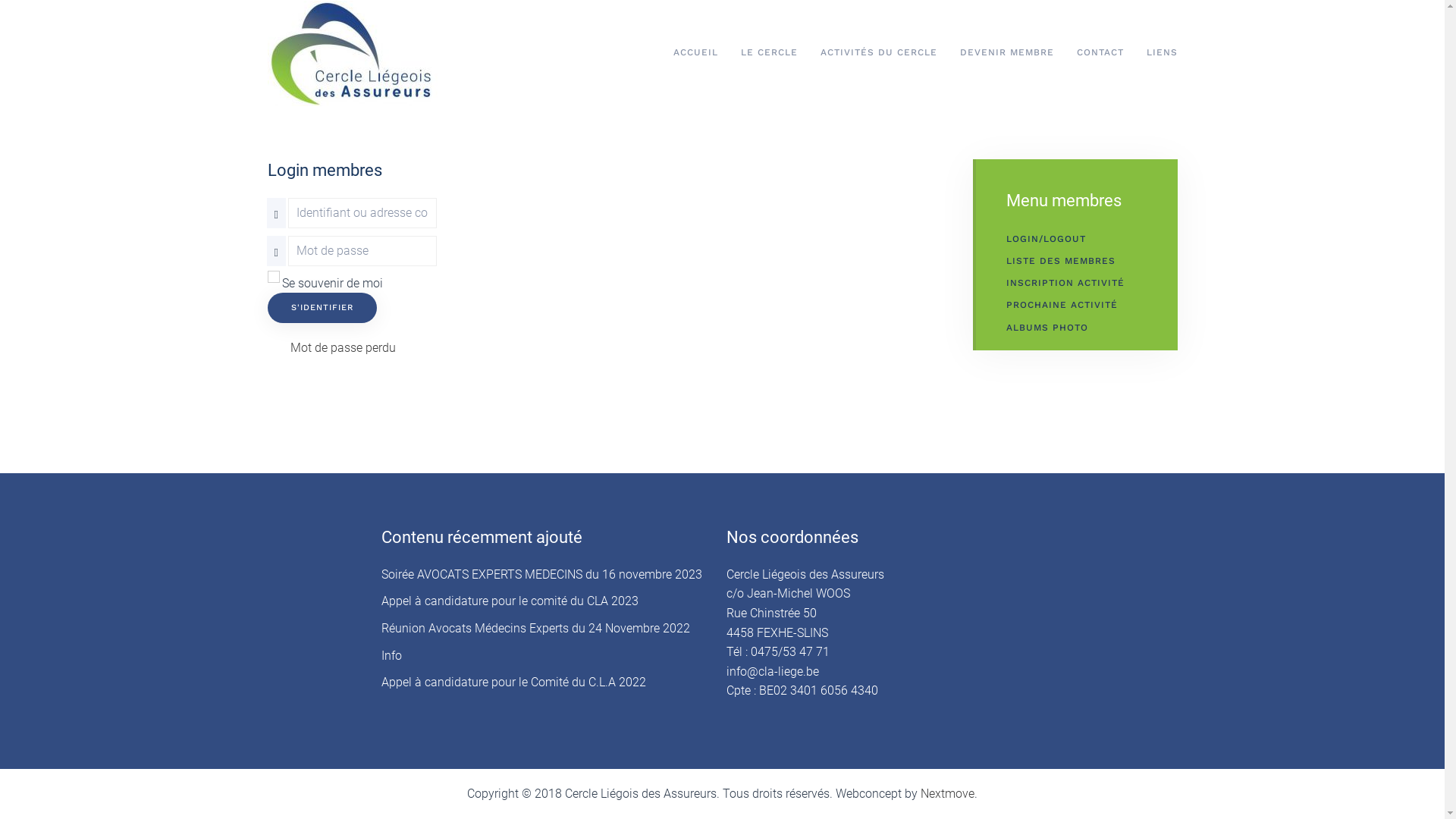 Image resolution: width=1456 pixels, height=819 pixels. What do you see at coordinates (1160, 52) in the screenshot?
I see `'LIENS'` at bounding box center [1160, 52].